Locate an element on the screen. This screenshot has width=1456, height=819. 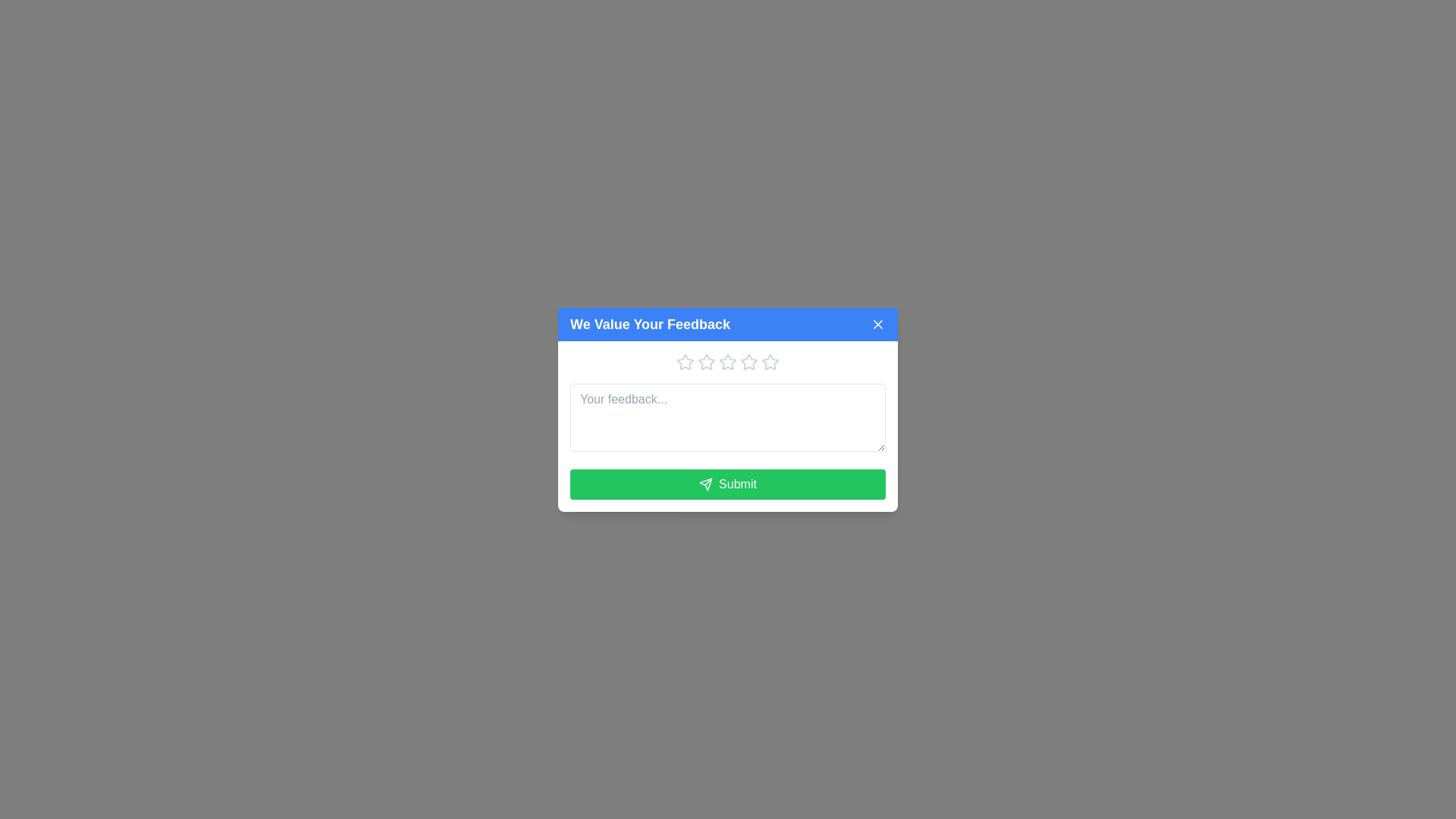
the header bar of the feedback form, which spans the entire width and is located at the top of the form is located at coordinates (728, 323).